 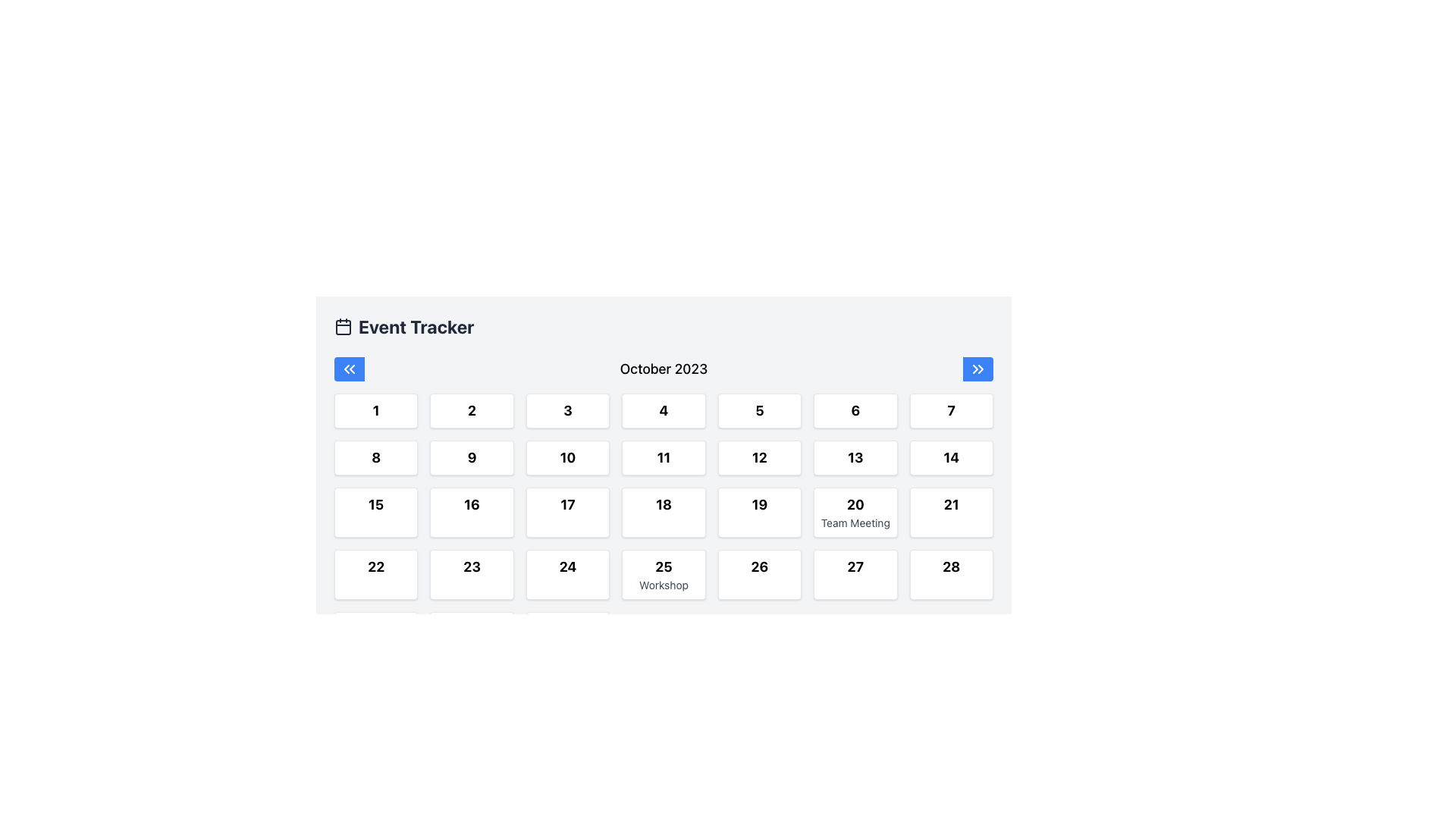 What do you see at coordinates (566, 575) in the screenshot?
I see `the calendar day display box representing the 24th day of October 2023, positioned in the fifth column of the fourth row` at bounding box center [566, 575].